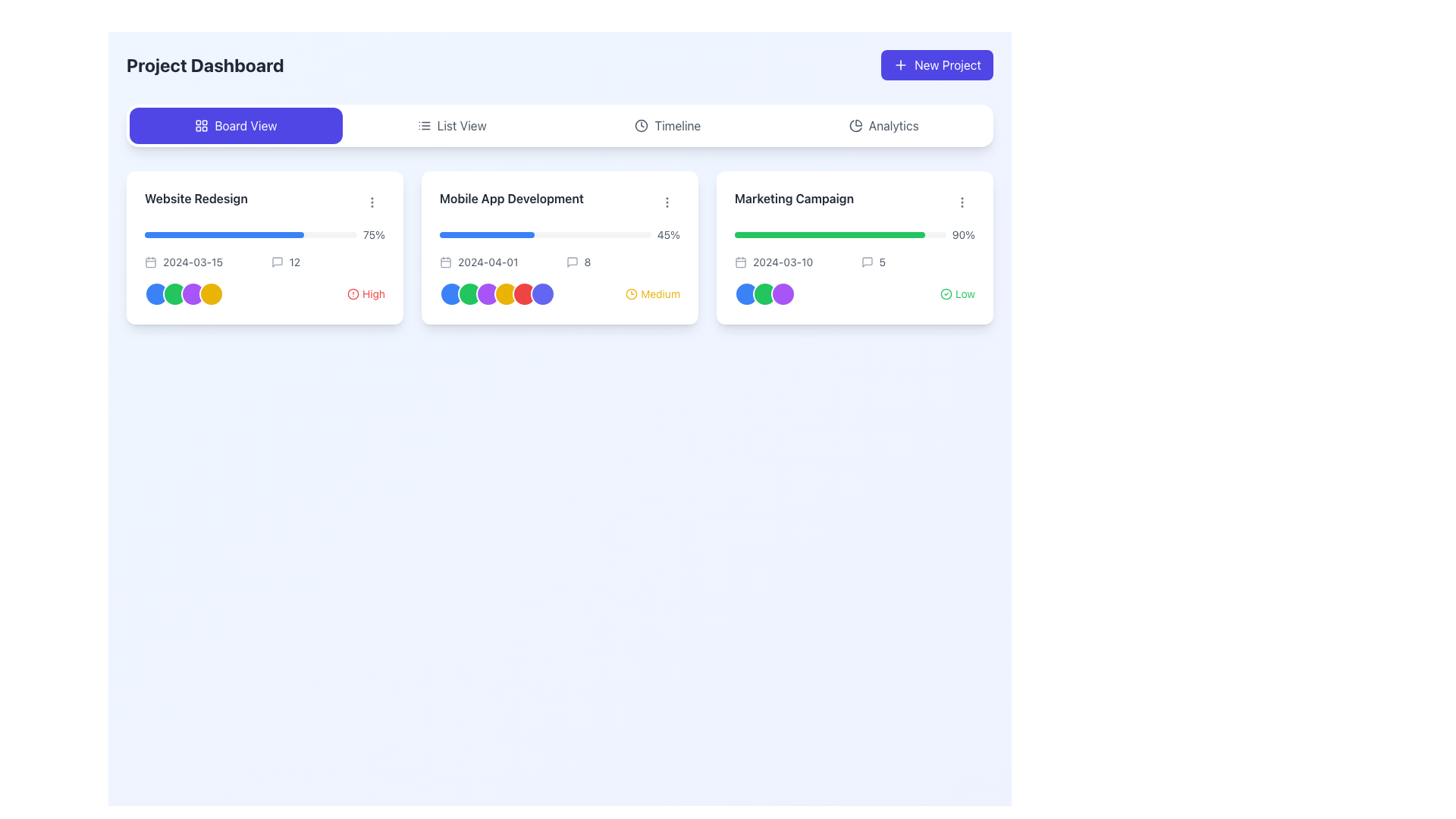 This screenshot has height=819, width=1456. I want to click on the circular border of the SVG clock icon located in the control bar at the top of the interface, towards the right end of the bar, so click(642, 124).